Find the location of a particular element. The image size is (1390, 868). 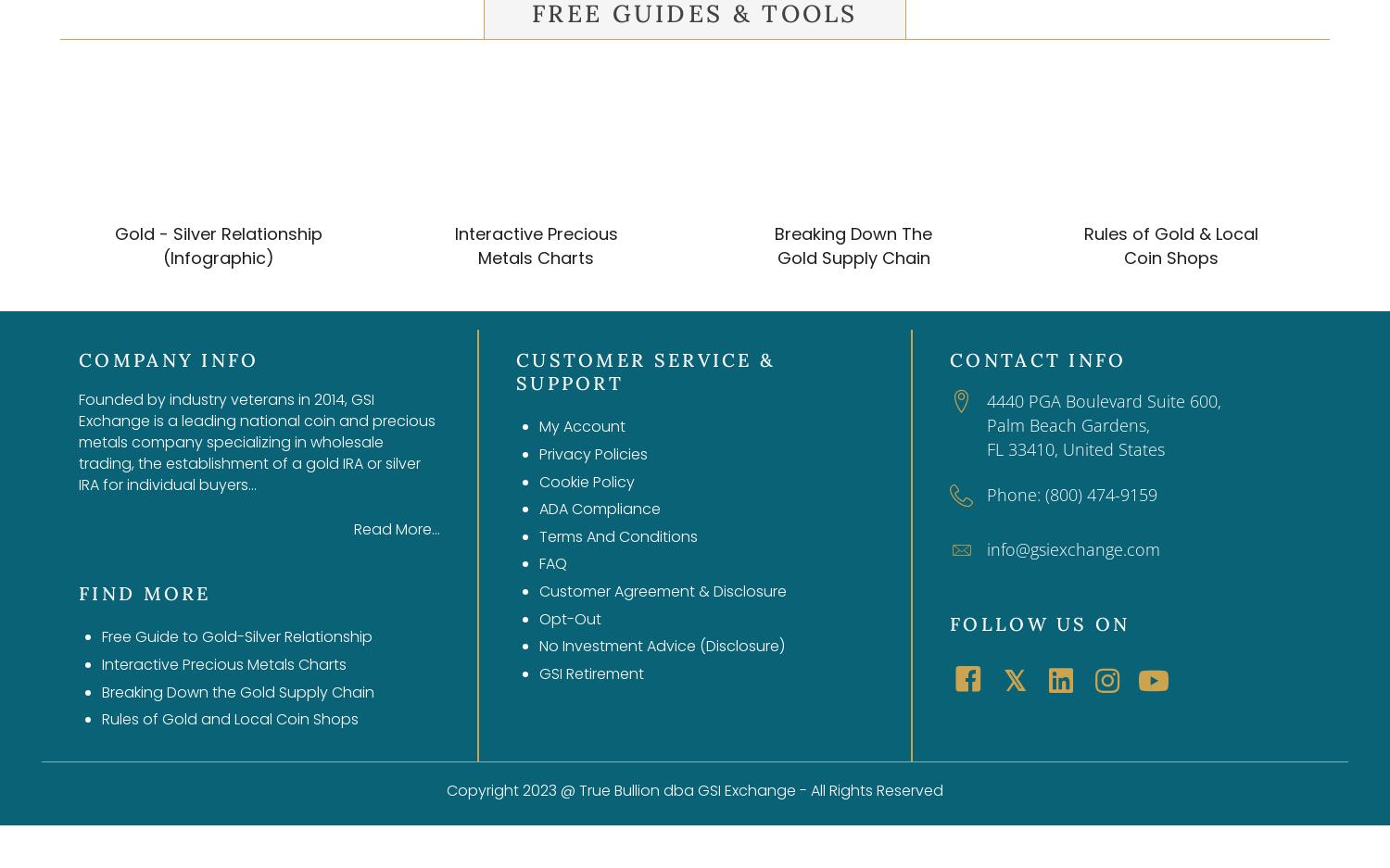

'Breaking Down the Gold Supply Chain' is located at coordinates (237, 690).